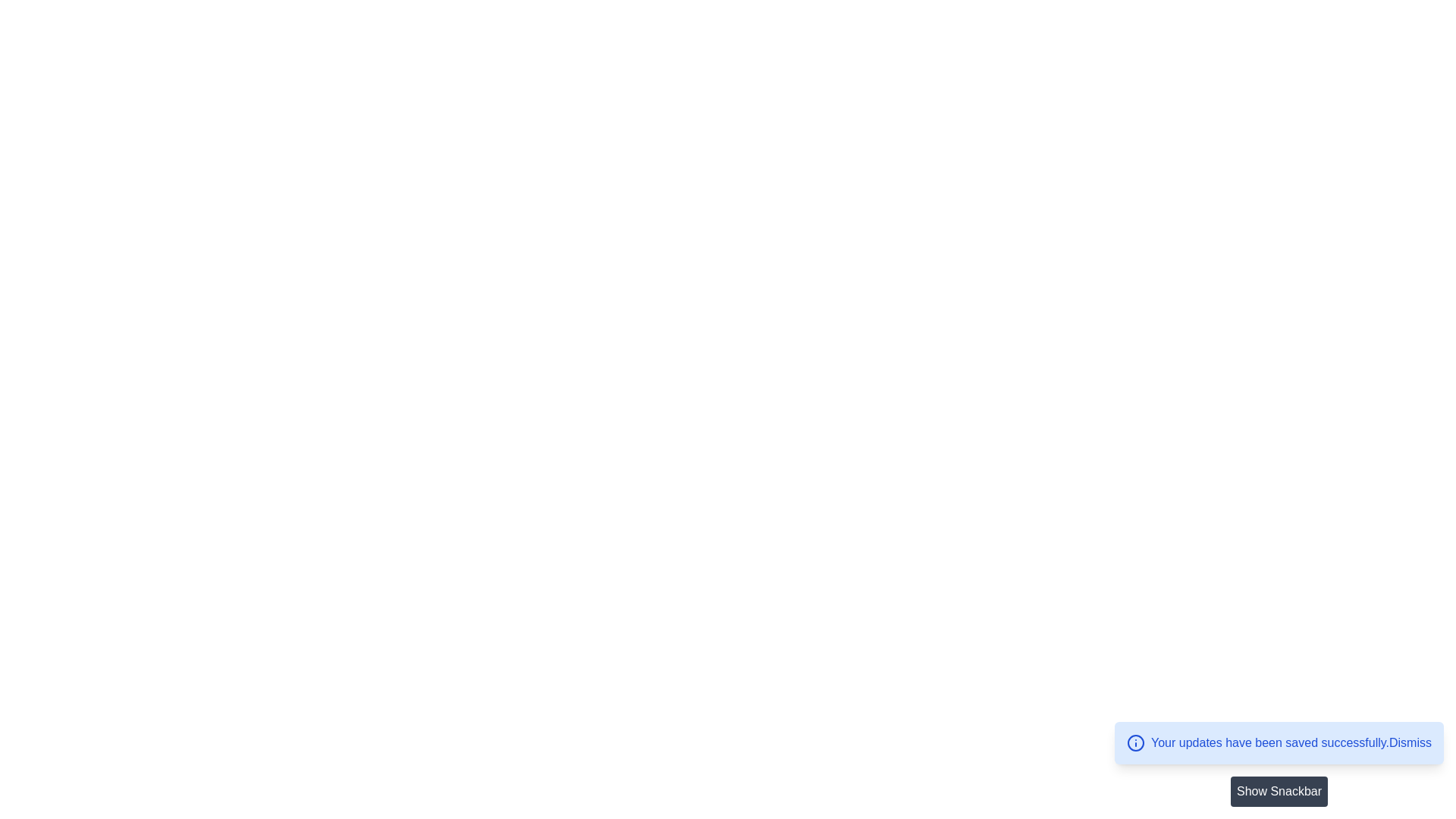  Describe the element at coordinates (1410, 742) in the screenshot. I see `the clickable text link located to the right of the 'Your updates have been saved successfully.' message in the notification banner` at that location.